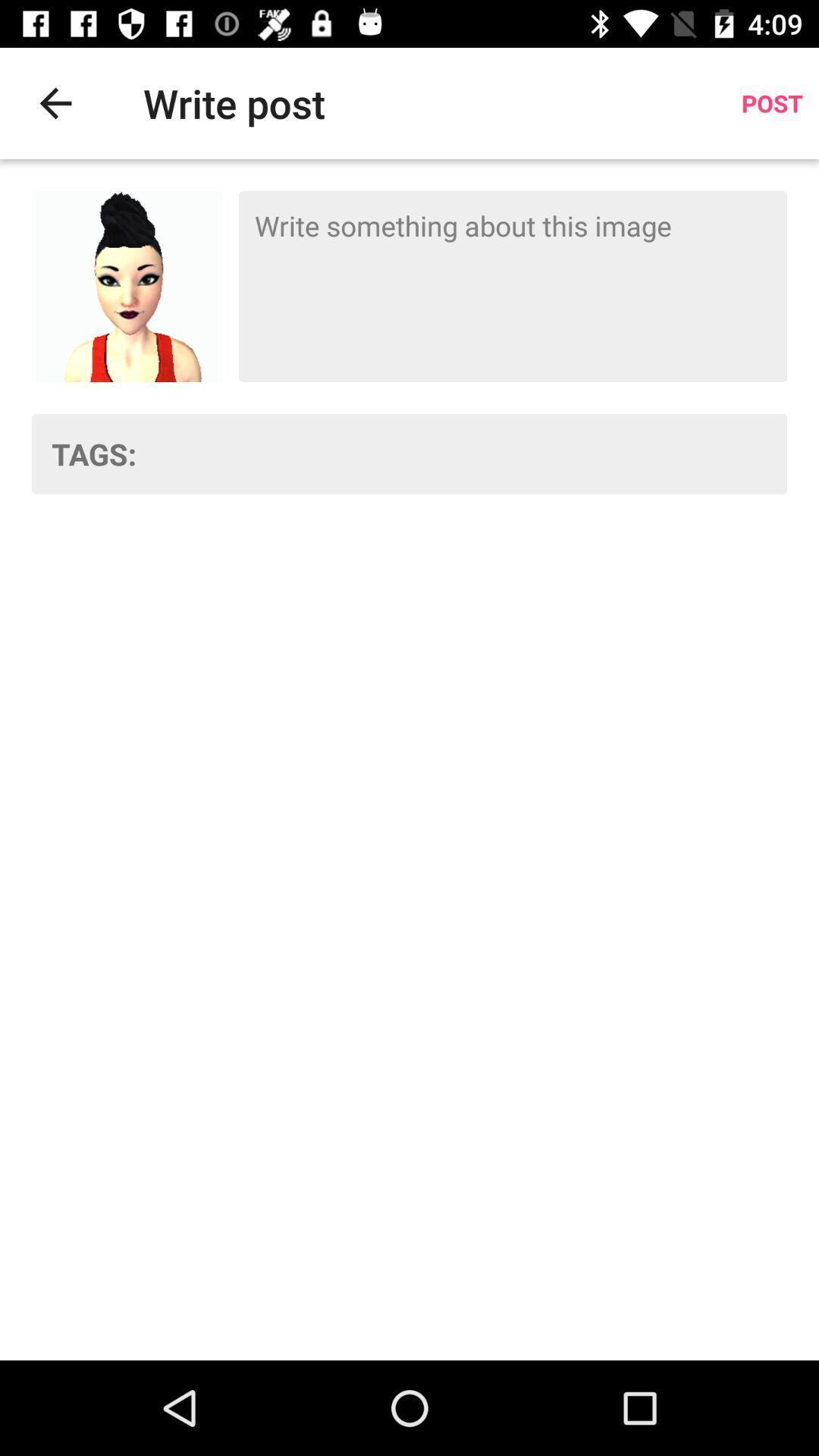  What do you see at coordinates (512, 287) in the screenshot?
I see `the item below the post` at bounding box center [512, 287].